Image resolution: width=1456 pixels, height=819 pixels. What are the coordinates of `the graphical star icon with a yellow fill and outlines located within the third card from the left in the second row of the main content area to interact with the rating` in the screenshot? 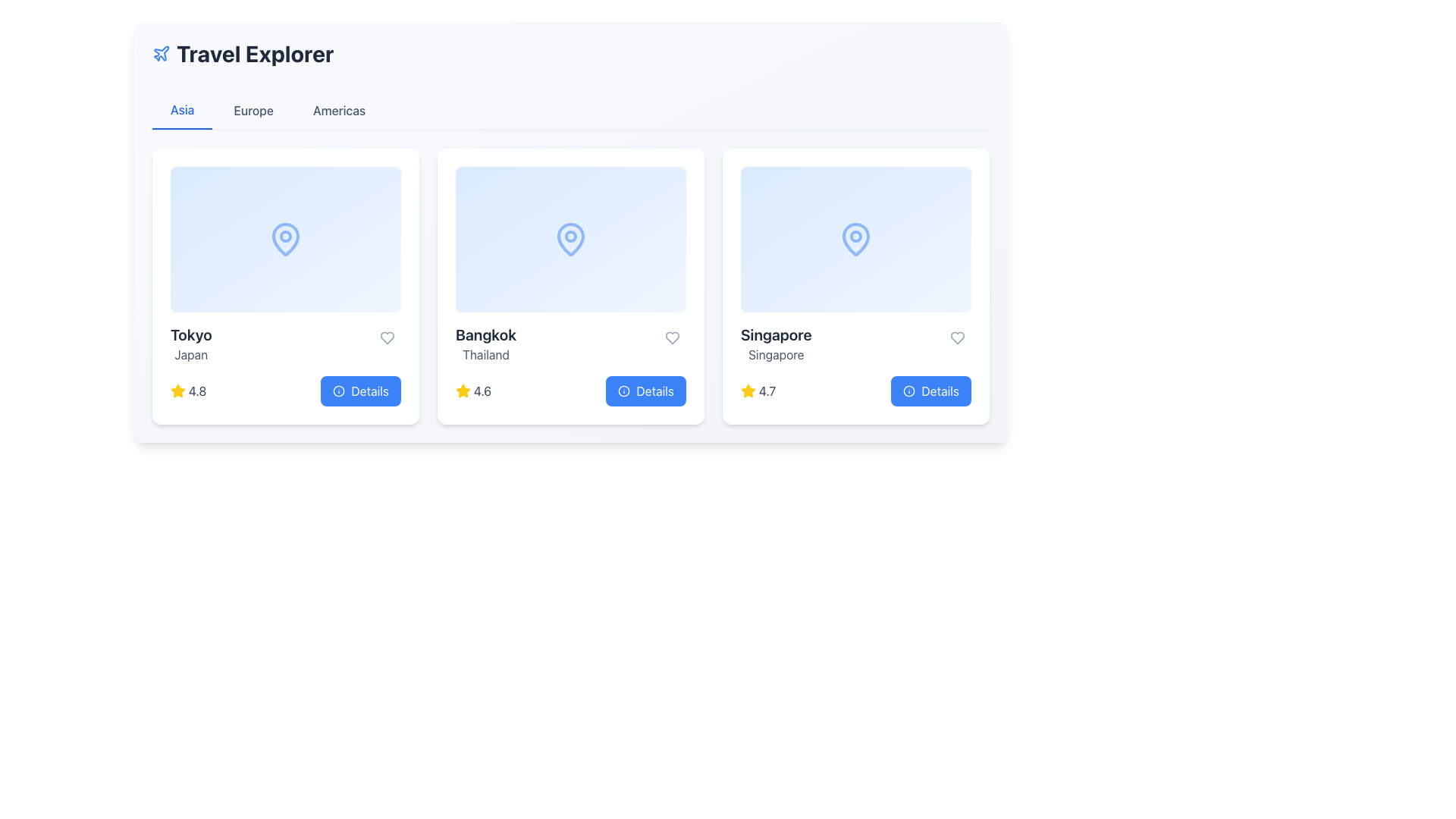 It's located at (178, 390).